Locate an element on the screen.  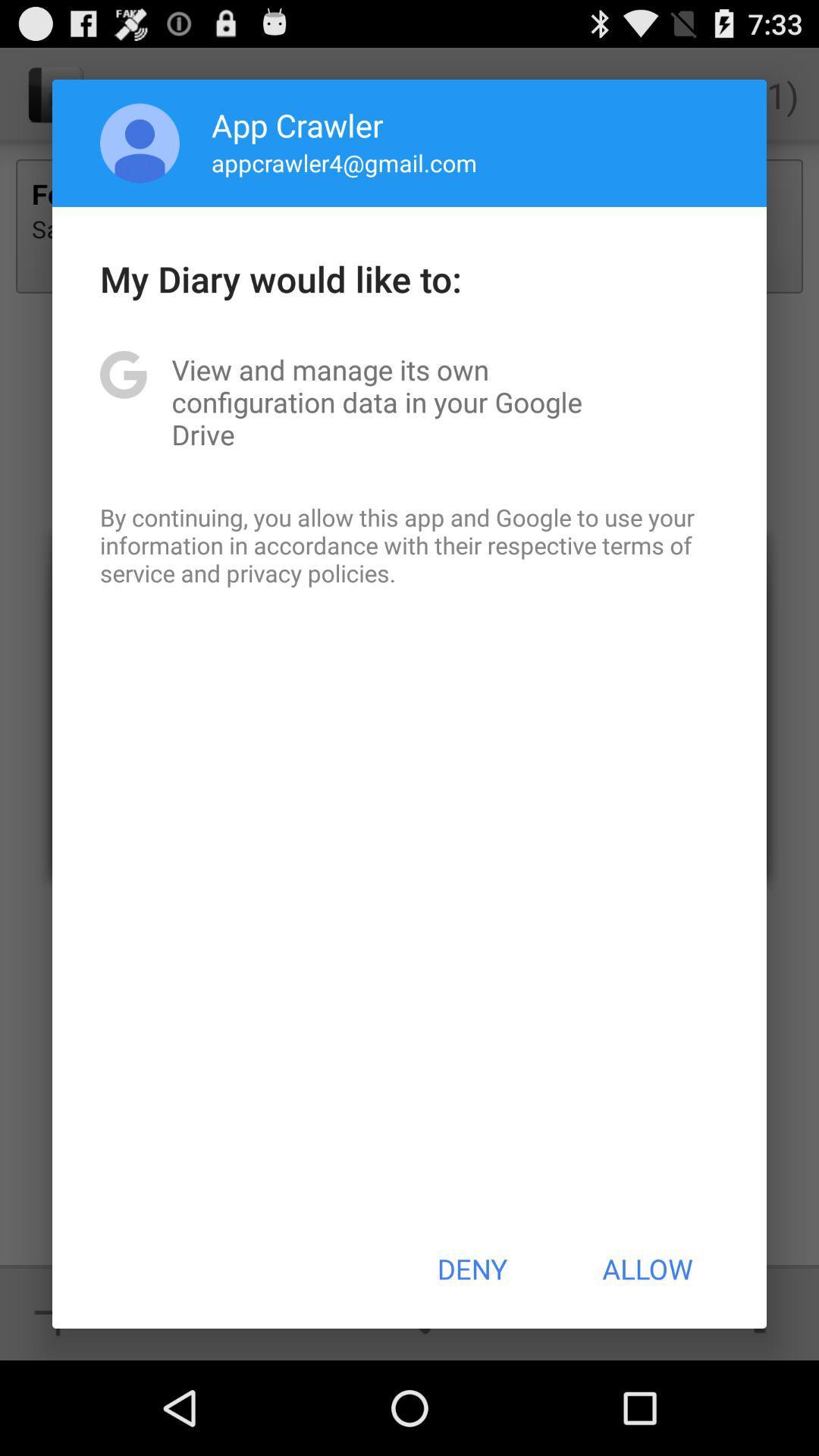
the icon to the left of allow button is located at coordinates (471, 1269).